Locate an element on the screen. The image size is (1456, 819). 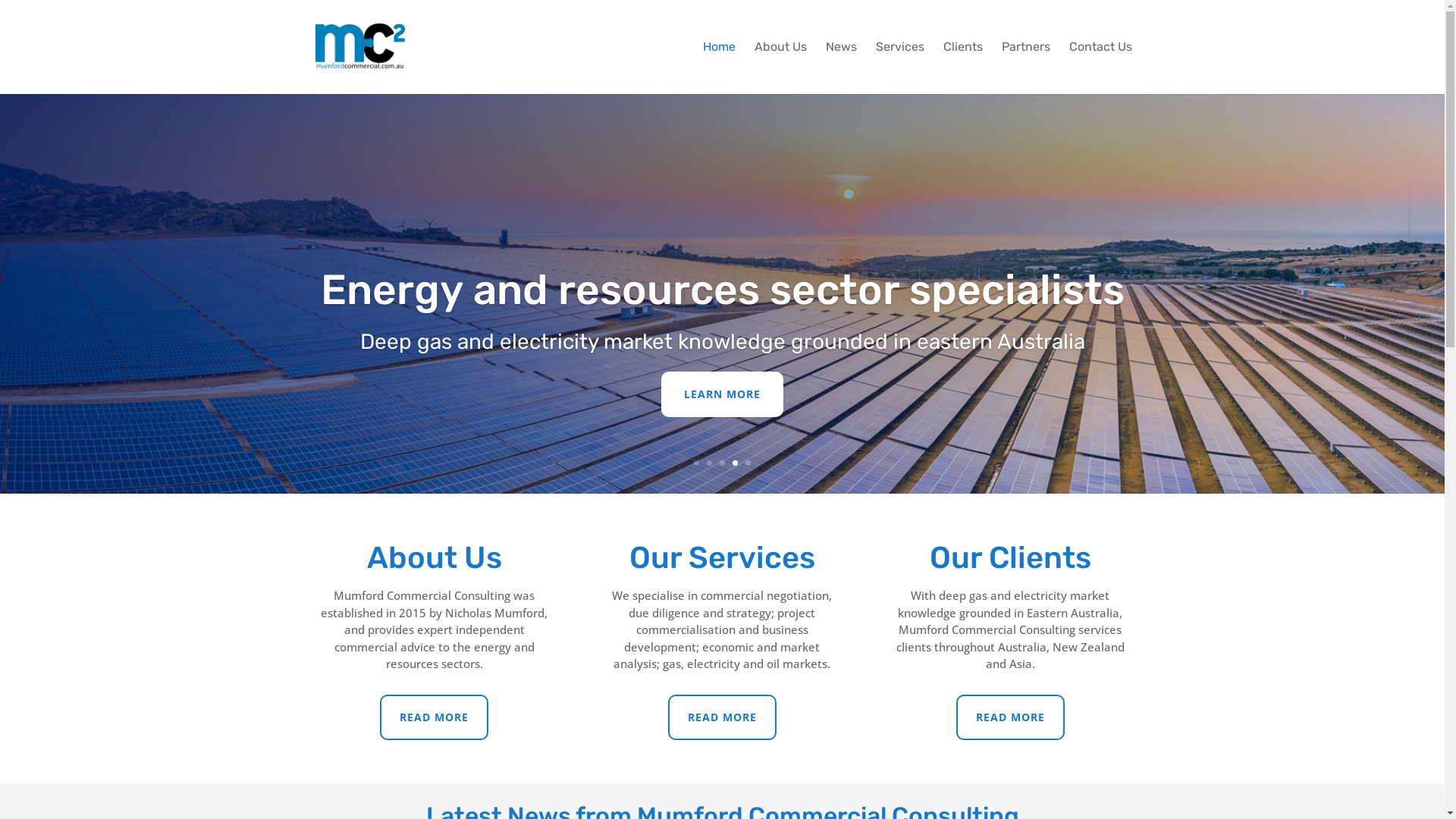
'2' is located at coordinates (705, 462).